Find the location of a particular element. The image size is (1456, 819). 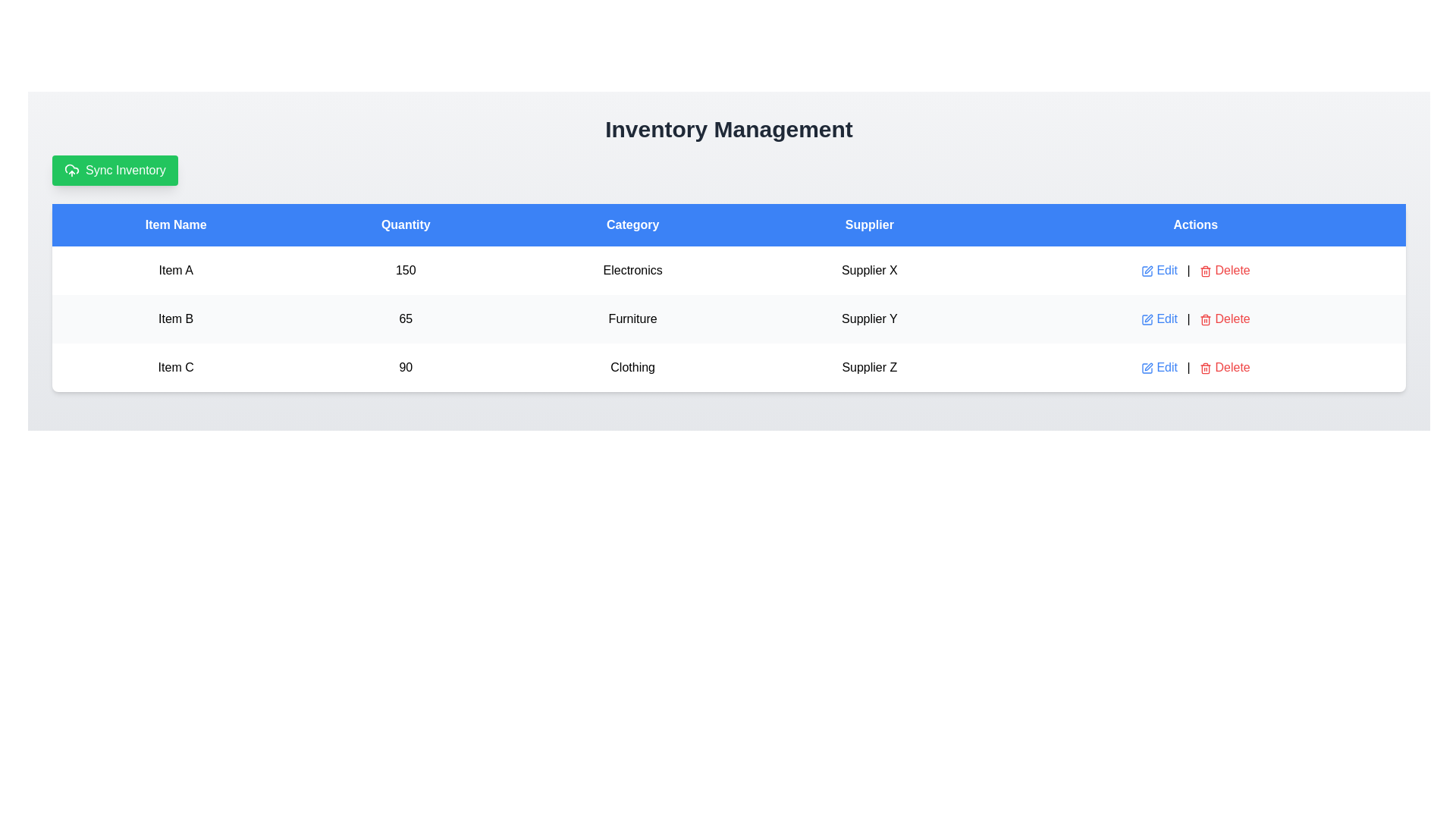

the 'Edit' button with a pencil icon in the 'Actions' column of the second row in the 'Inventory Management' table to initiate editing is located at coordinates (1158, 318).